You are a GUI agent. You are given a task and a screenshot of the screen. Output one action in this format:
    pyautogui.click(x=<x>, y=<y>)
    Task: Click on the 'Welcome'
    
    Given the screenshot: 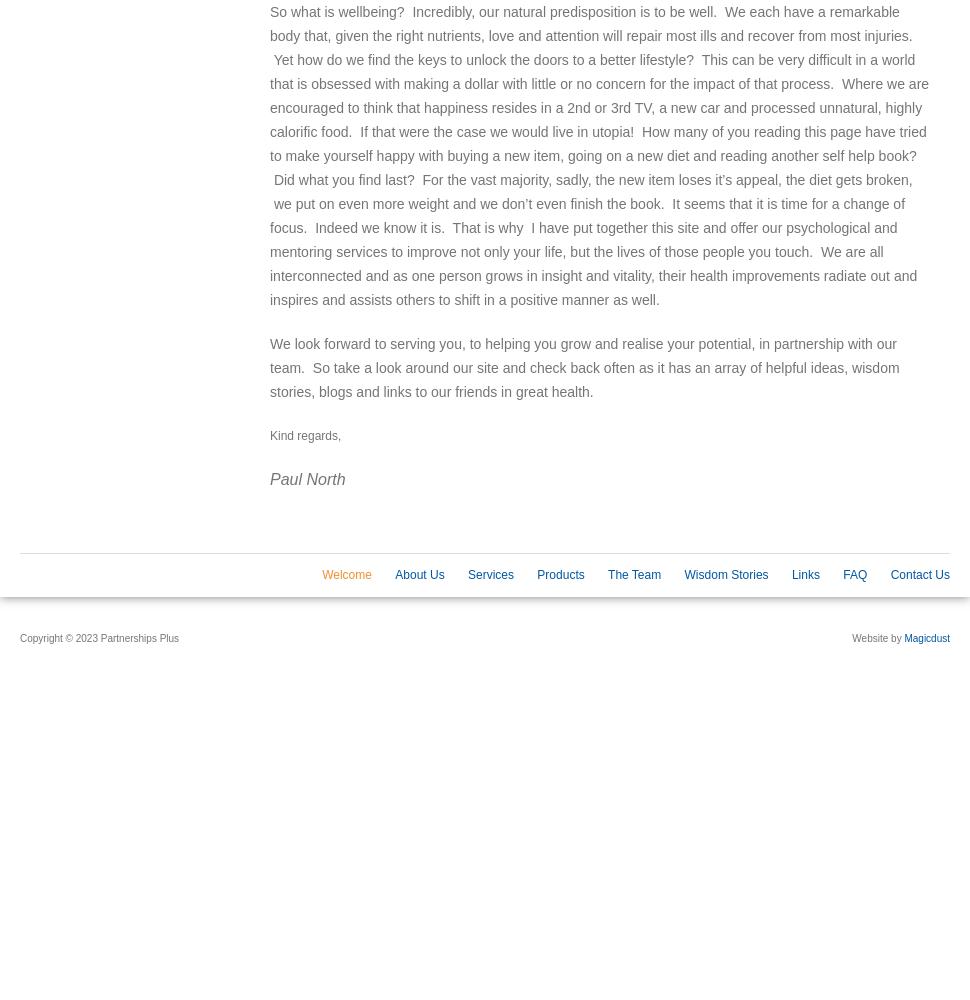 What is the action you would take?
    pyautogui.click(x=322, y=574)
    